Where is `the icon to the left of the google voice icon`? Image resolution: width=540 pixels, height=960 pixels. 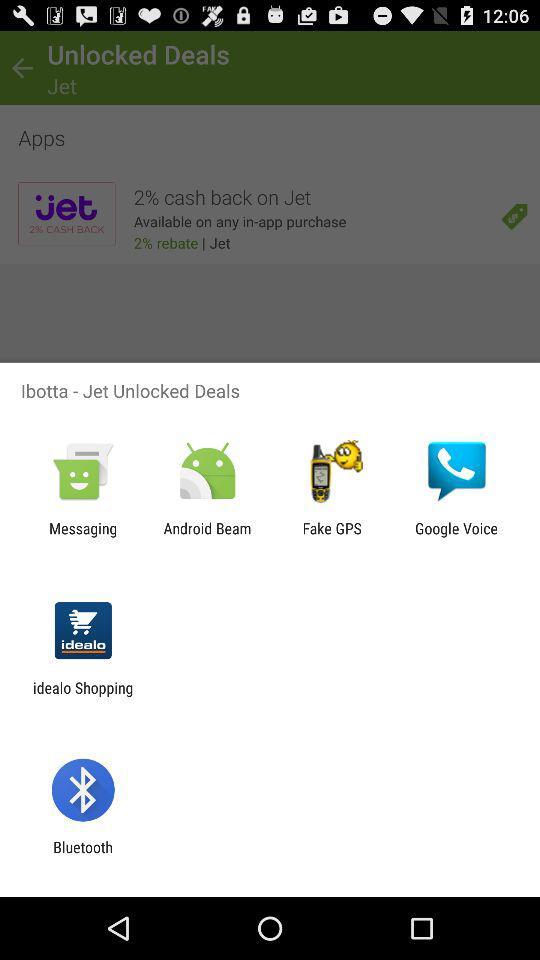 the icon to the left of the google voice icon is located at coordinates (332, 536).